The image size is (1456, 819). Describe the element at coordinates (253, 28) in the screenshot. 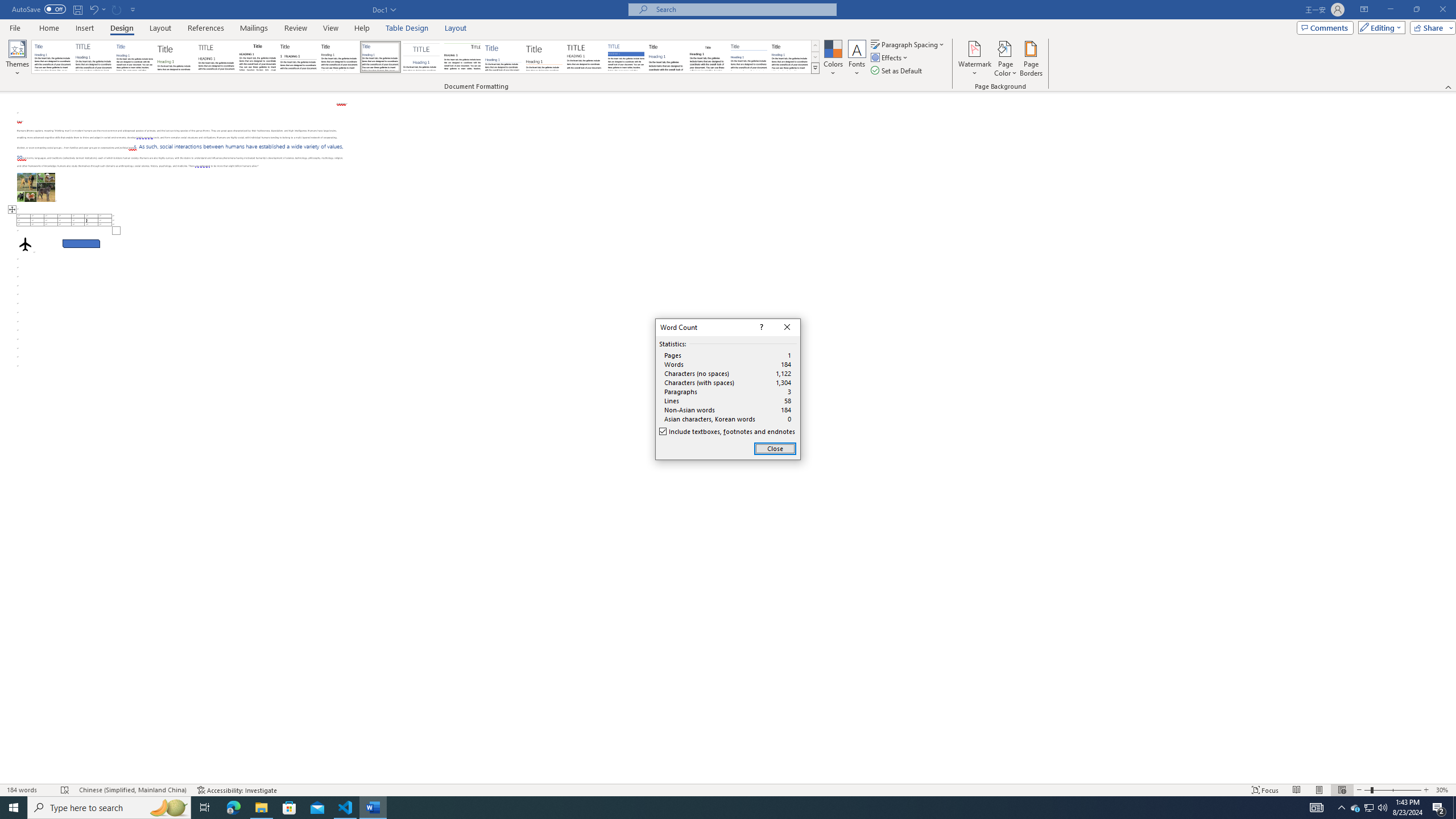

I see `'Mailings'` at that location.